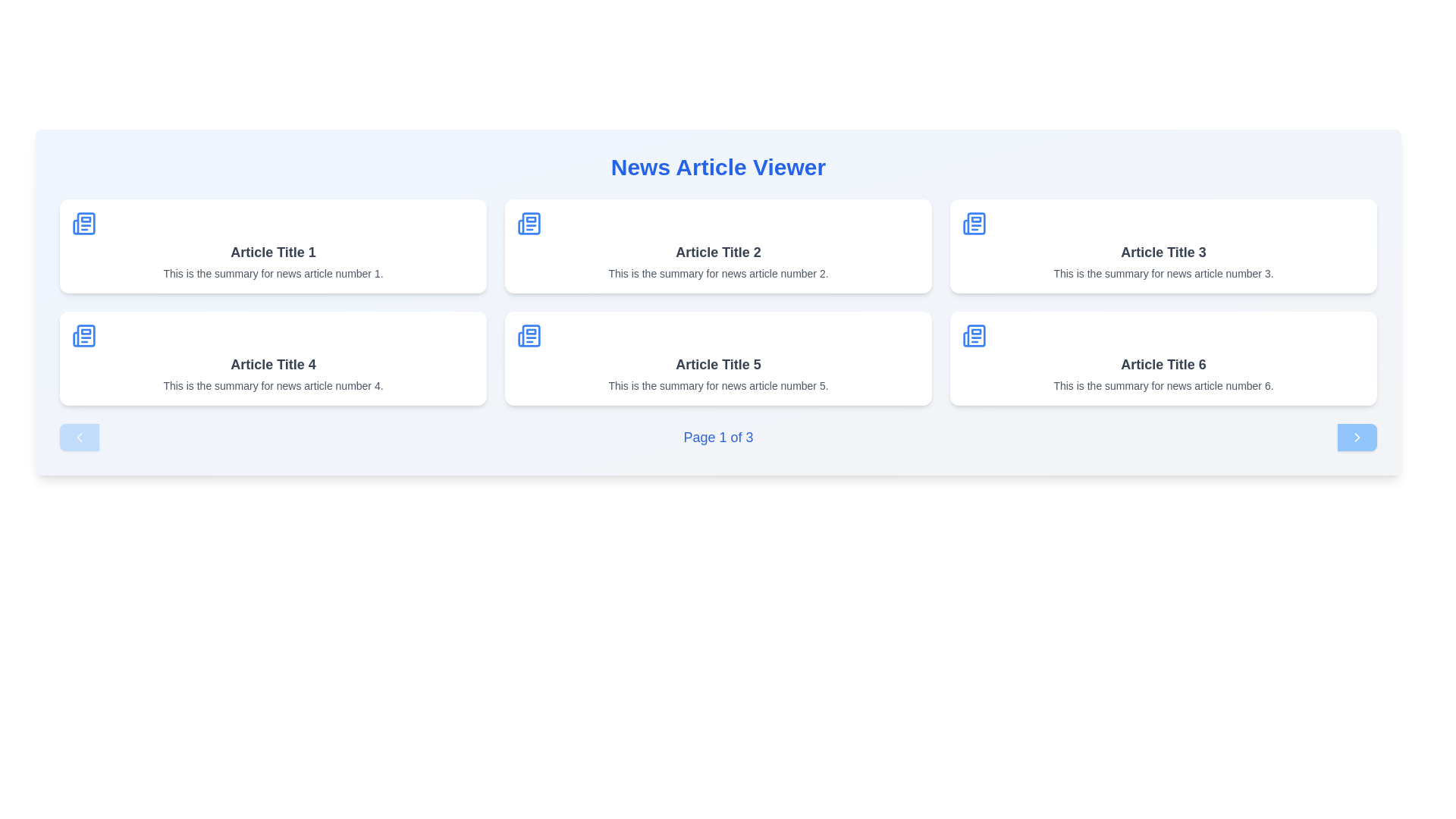 Image resolution: width=1456 pixels, height=819 pixels. Describe the element at coordinates (717, 438) in the screenshot. I see `the text block displaying 'Page 1 of 3' which is centrally aligned in the navigation bar at the bottom of the page` at that location.